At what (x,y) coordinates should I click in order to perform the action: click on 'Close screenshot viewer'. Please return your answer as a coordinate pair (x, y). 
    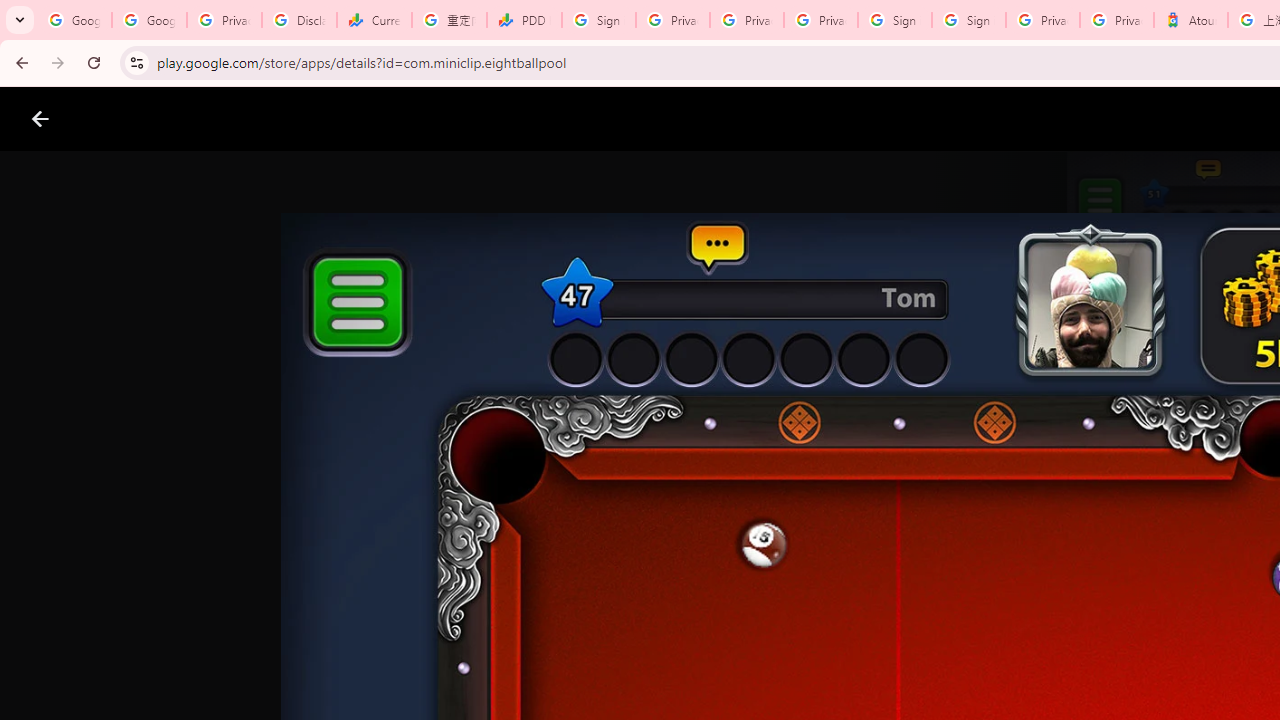
    Looking at the image, I should click on (39, 119).